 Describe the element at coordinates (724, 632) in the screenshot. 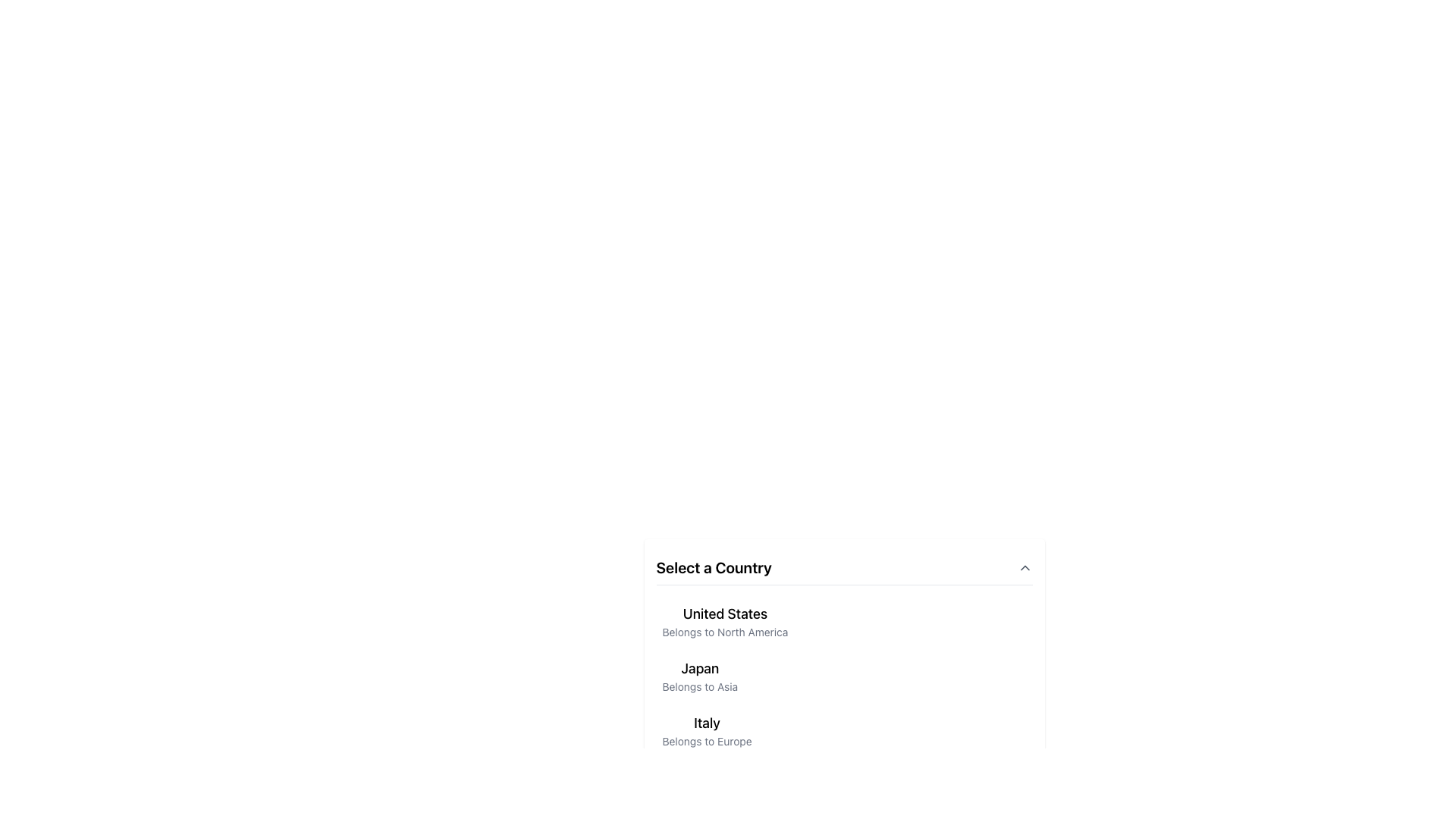

I see `text displayed in the static text label that indicates 'Belongs to North America', which is positioned below 'United States'` at that location.